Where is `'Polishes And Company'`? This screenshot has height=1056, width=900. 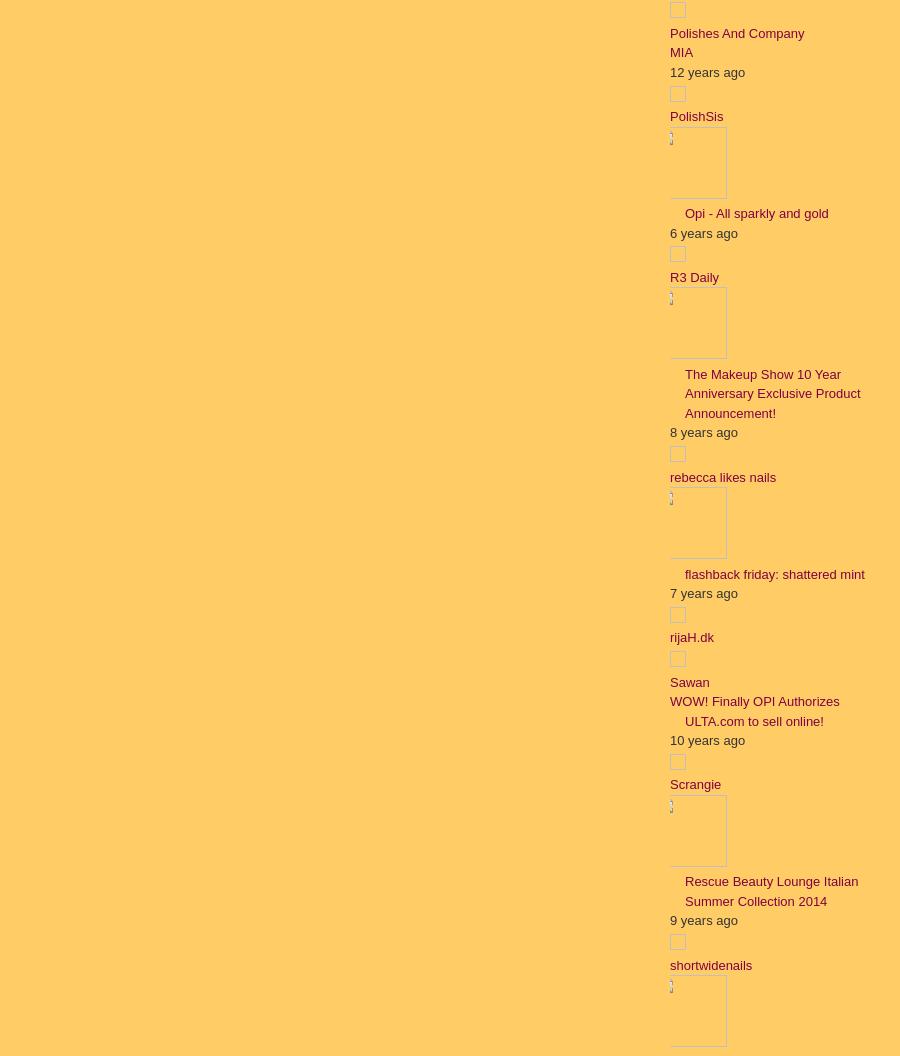
'Polishes And Company' is located at coordinates (736, 32).